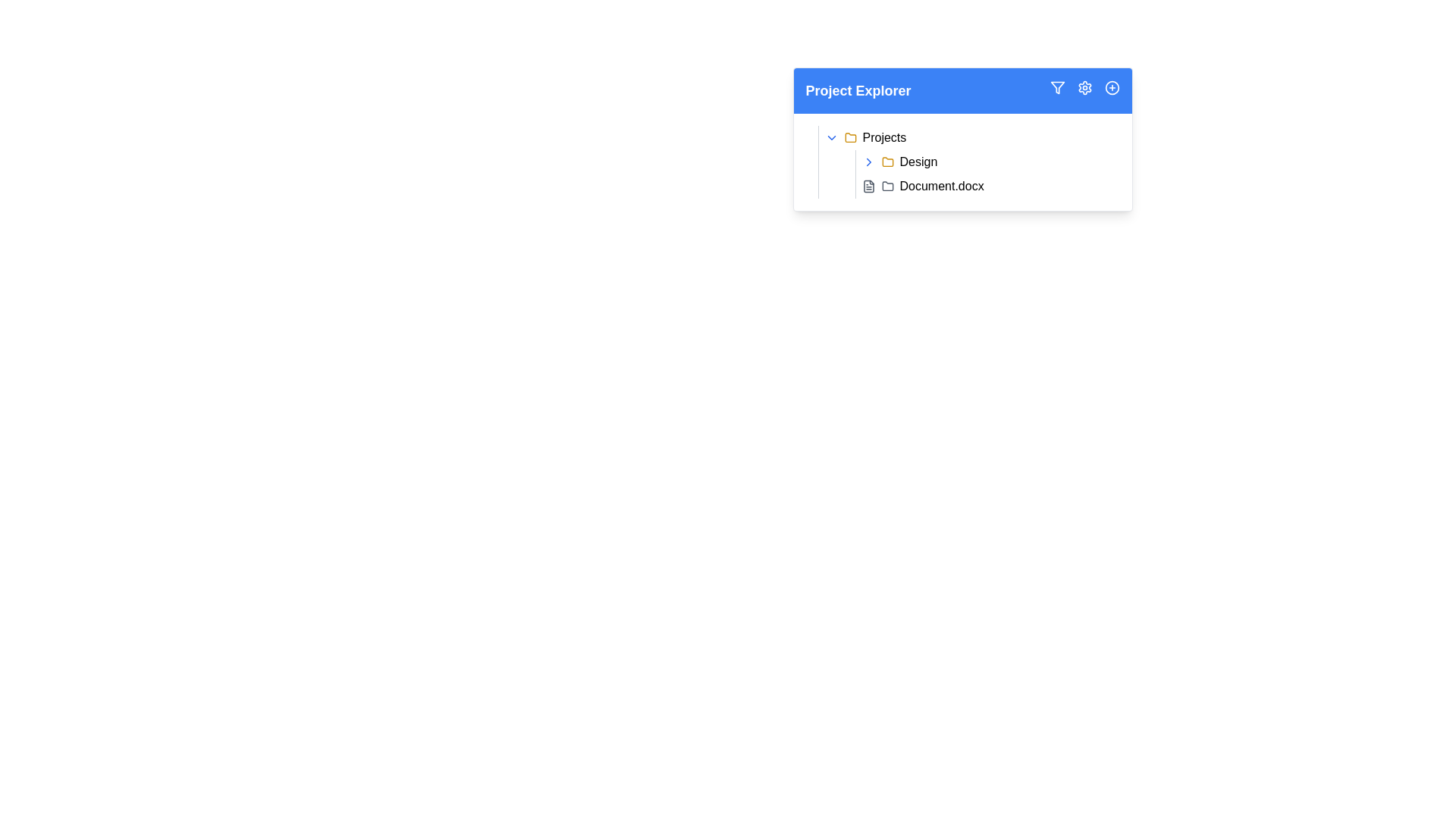 This screenshot has height=819, width=1456. I want to click on the document icon, which is a small icon resembling a document with a gray outline, located to the left of the text 'Document.docx' in the project explorer, to select the associated file, so click(868, 186).